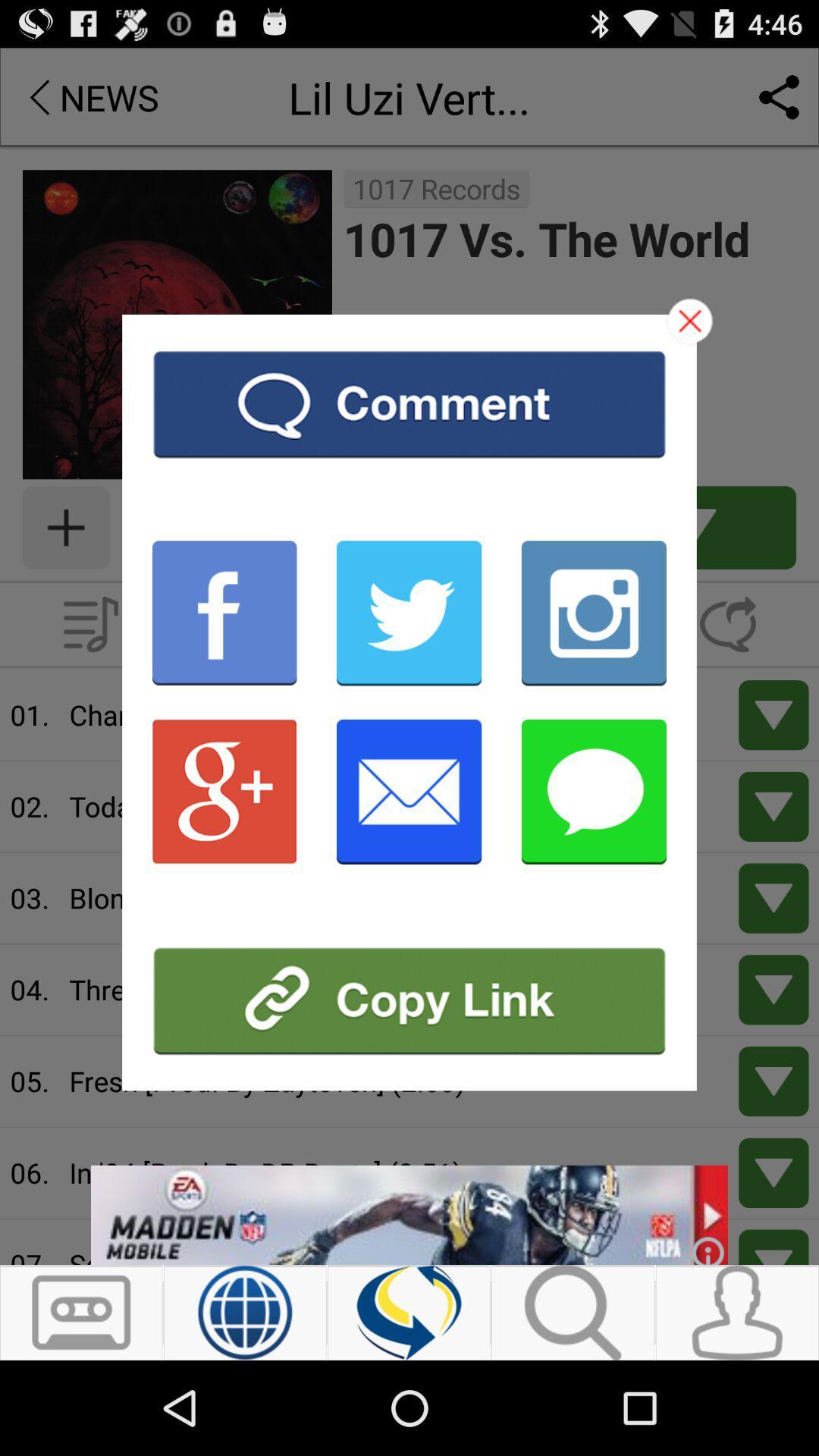 The image size is (819, 1456). I want to click on copy link, so click(409, 1001).